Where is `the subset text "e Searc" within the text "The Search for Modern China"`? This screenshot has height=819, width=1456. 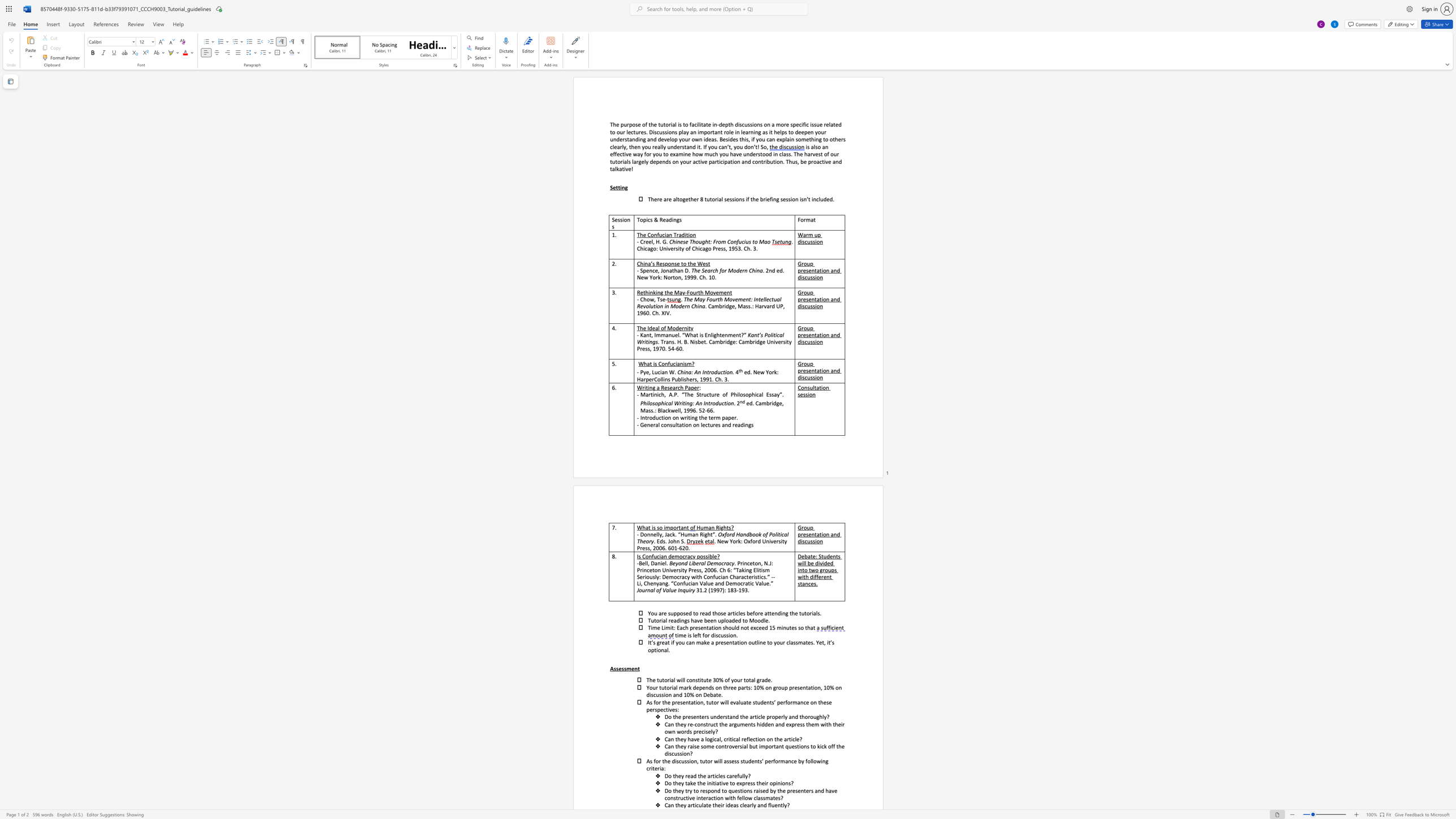 the subset text "e Searc" within the text "The Search for Modern China" is located at coordinates (697, 270).